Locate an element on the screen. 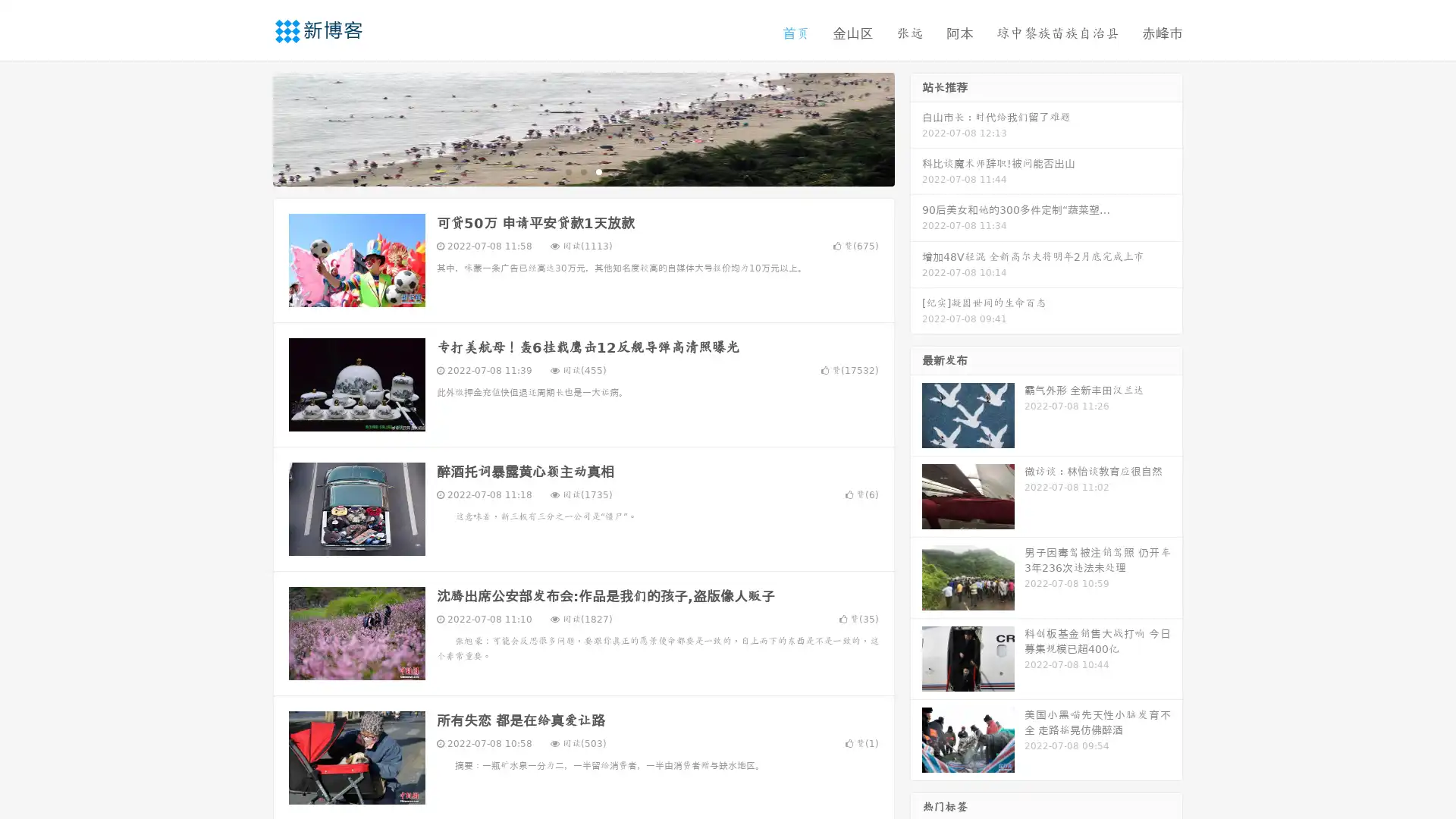  Go to slide 3 is located at coordinates (598, 171).